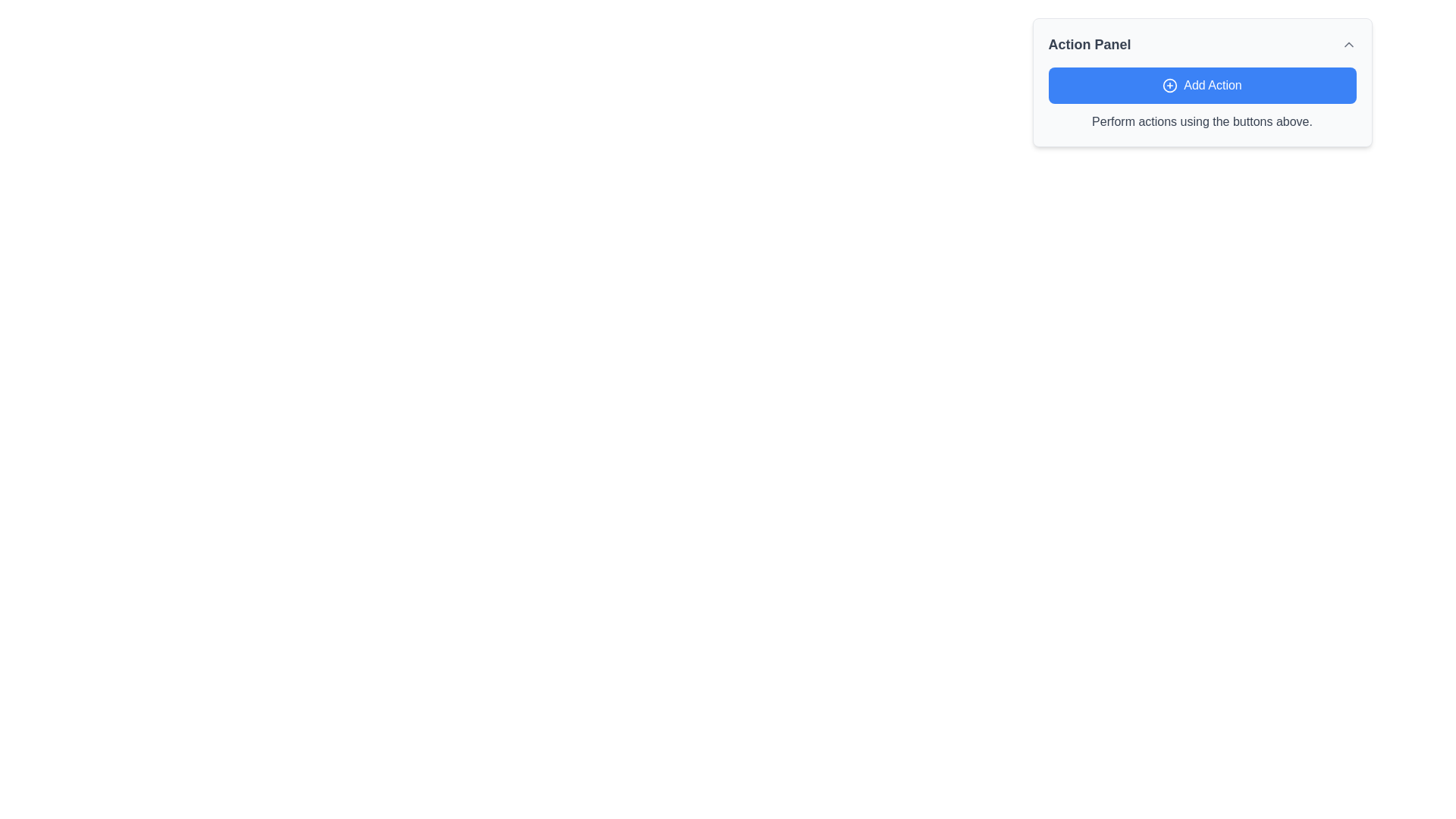 The height and width of the screenshot is (819, 1456). I want to click on the blue button with rounded corners labeled 'Add Action', so click(1201, 85).